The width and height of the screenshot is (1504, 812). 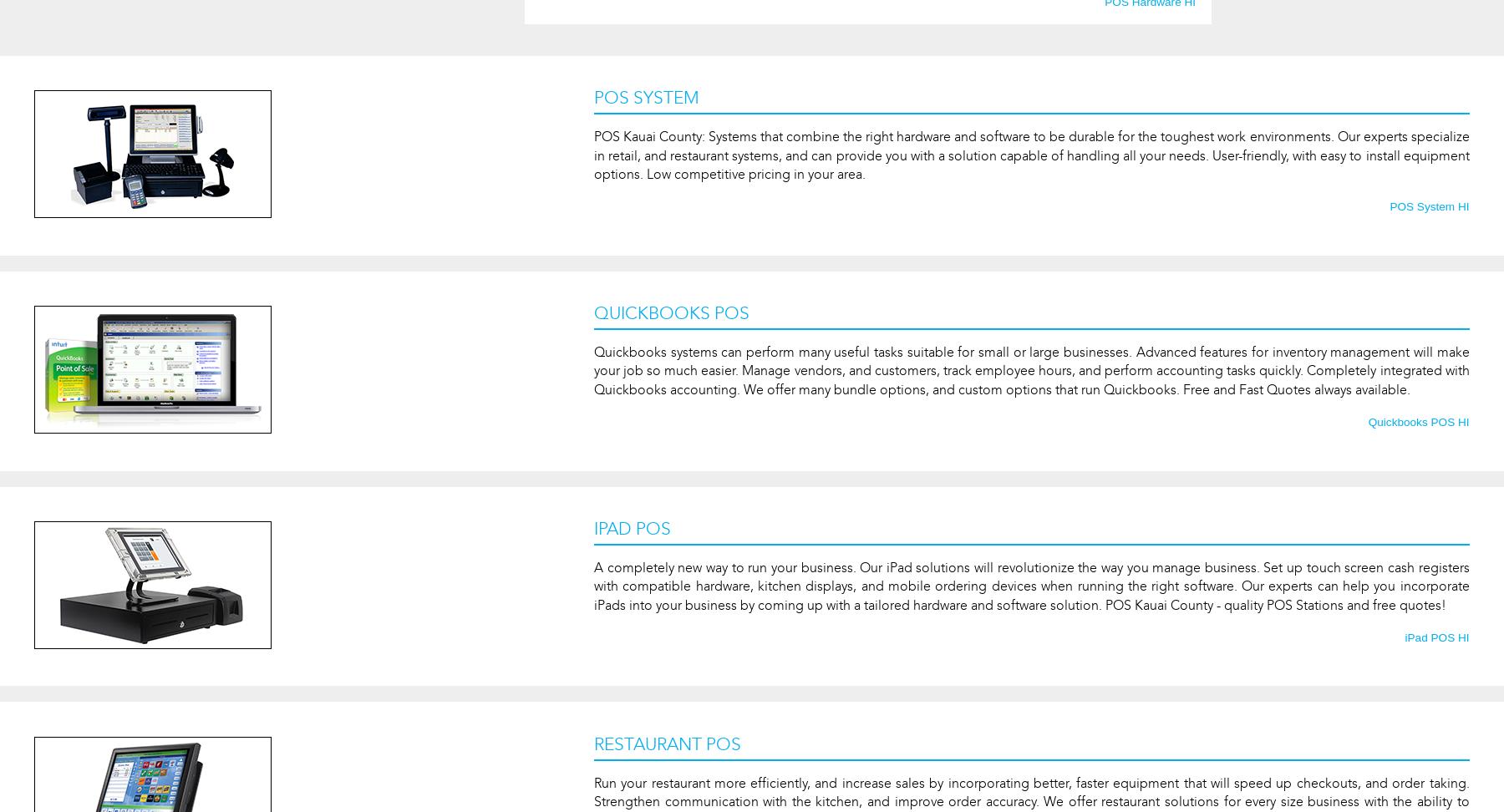 I want to click on 'POS System HI', so click(x=1429, y=206).